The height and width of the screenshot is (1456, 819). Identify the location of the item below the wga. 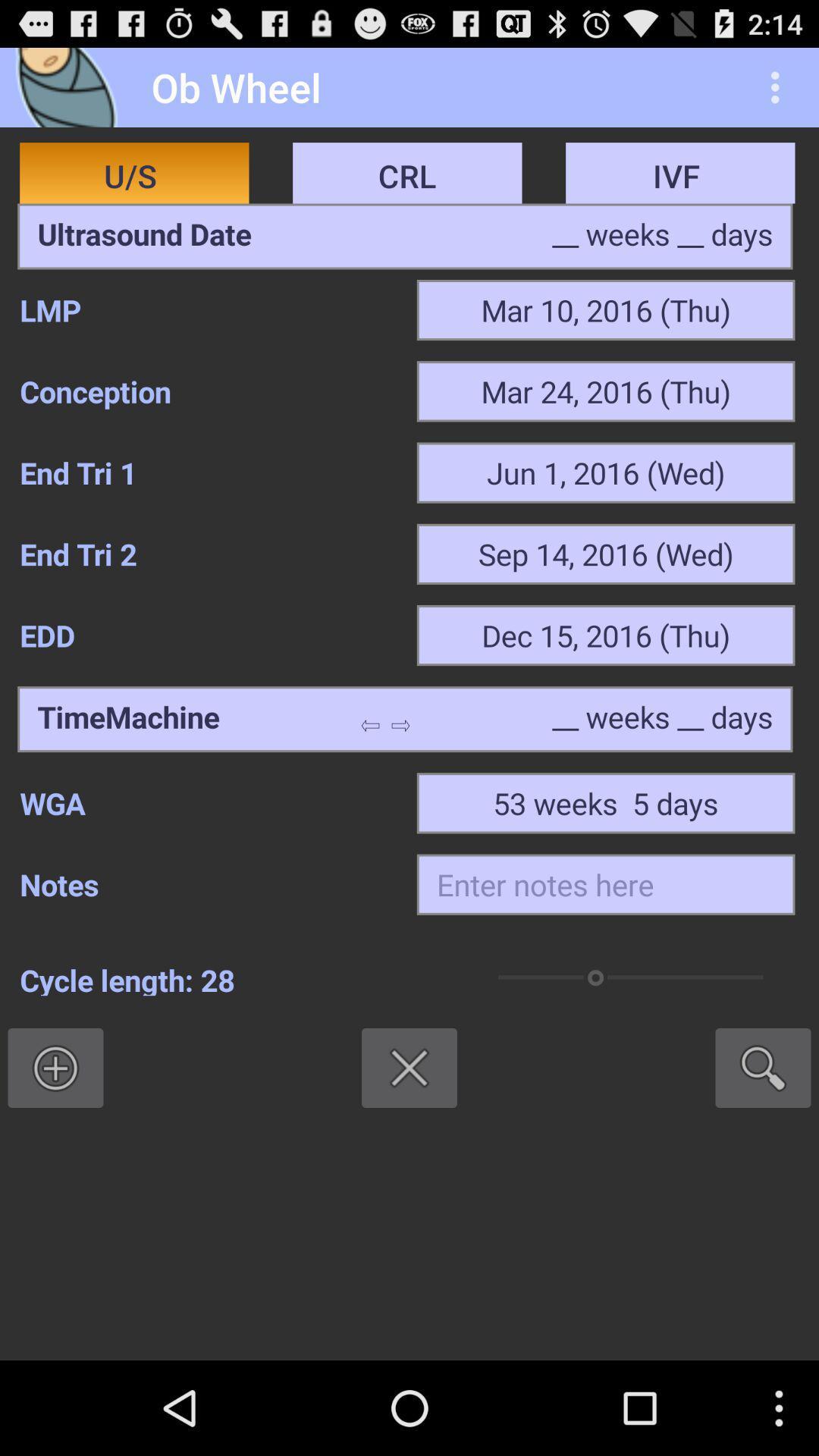
(605, 884).